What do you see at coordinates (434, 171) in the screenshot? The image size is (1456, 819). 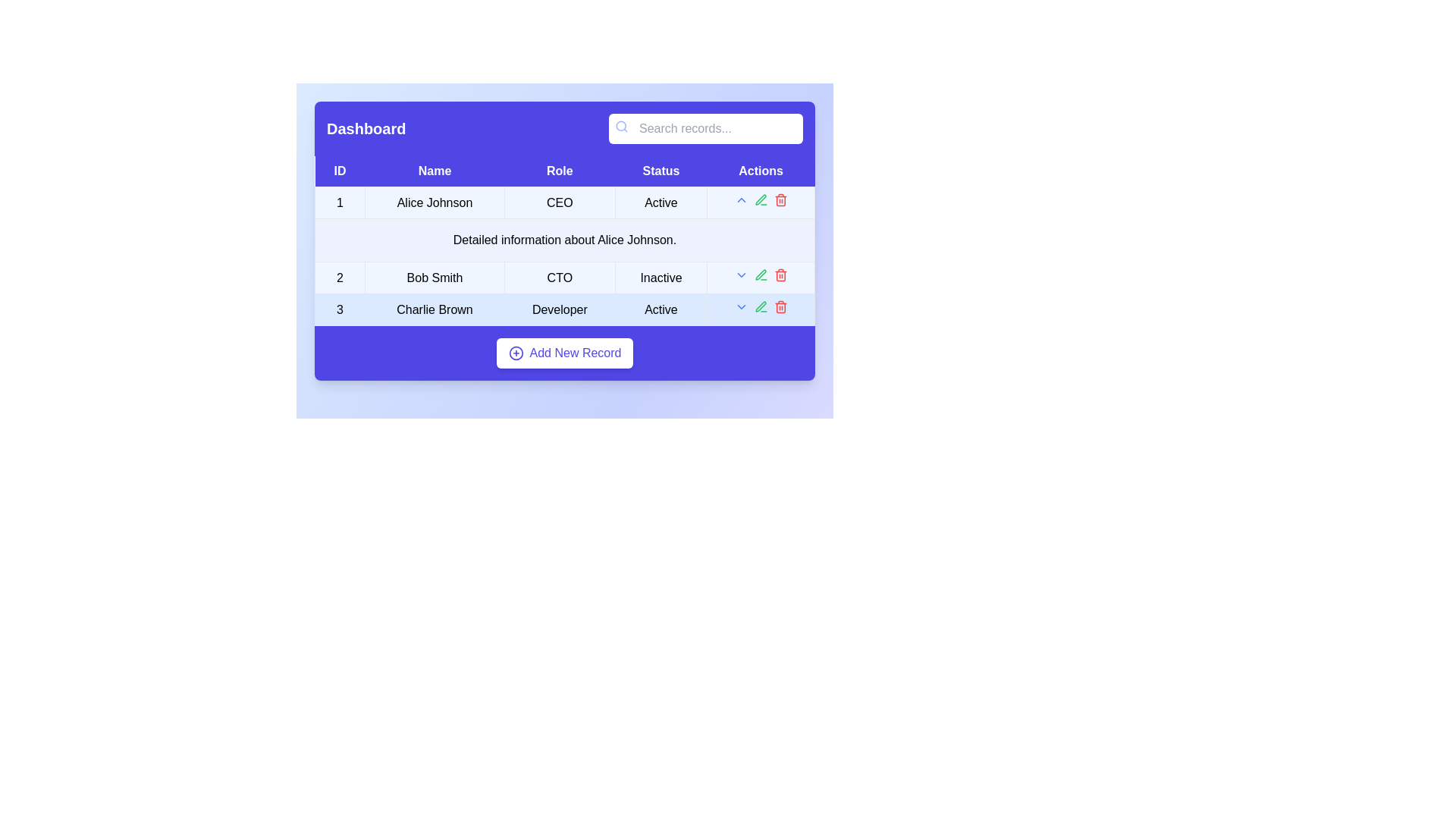 I see `the text label that identifies the column containing names in the table, which is positioned between the 'ID' and 'Role' labels` at bounding box center [434, 171].